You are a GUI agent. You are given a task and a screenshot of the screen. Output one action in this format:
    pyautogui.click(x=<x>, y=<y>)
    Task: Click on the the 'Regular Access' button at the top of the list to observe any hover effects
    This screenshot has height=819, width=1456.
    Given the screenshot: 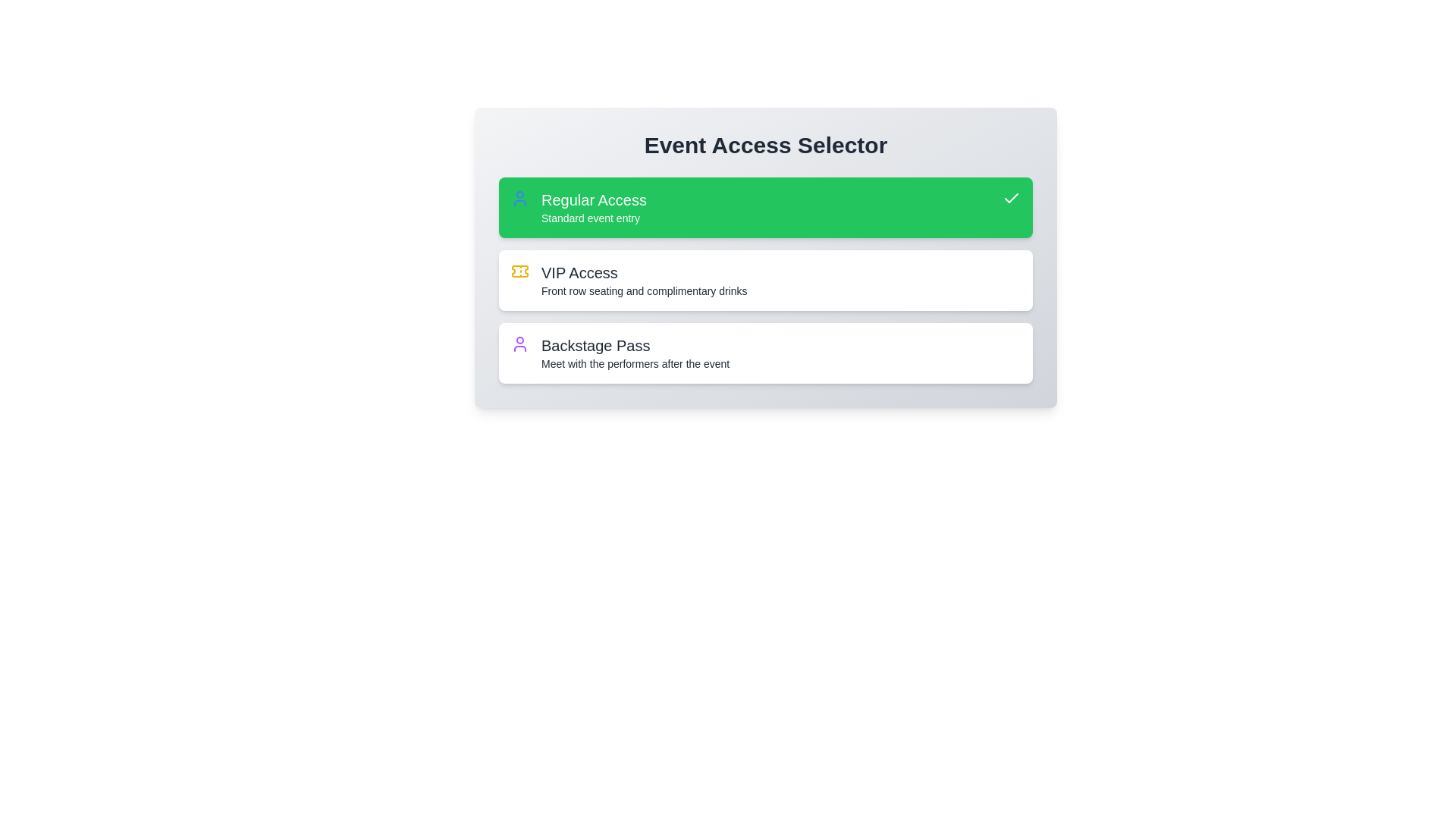 What is the action you would take?
    pyautogui.click(x=765, y=207)
    